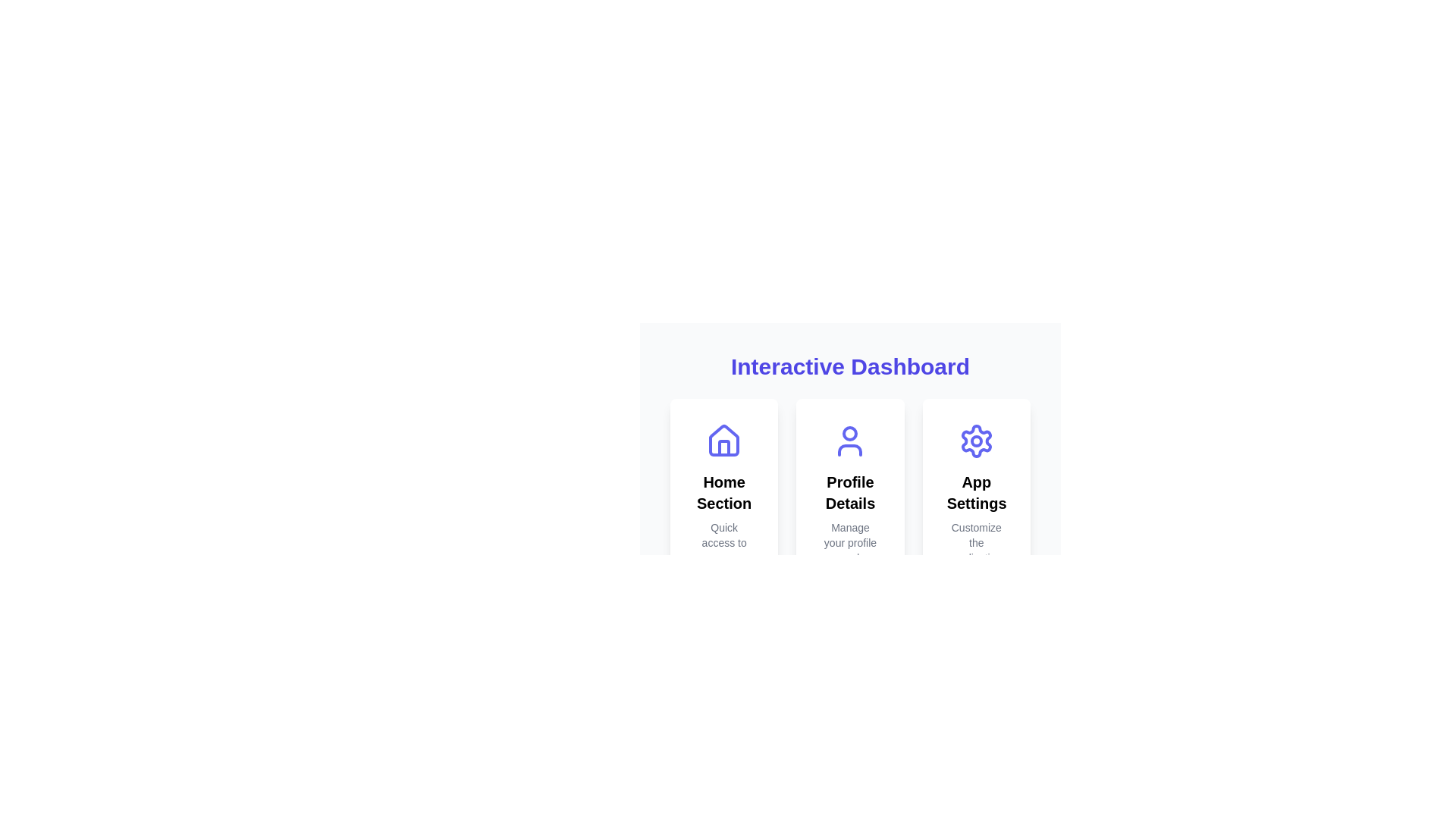 This screenshot has height=819, width=1456. I want to click on the settings icon styled as a cogwheel, which is indigo in color and located within the 'App Settings' card in the bottom-right section of the layout, so click(976, 441).